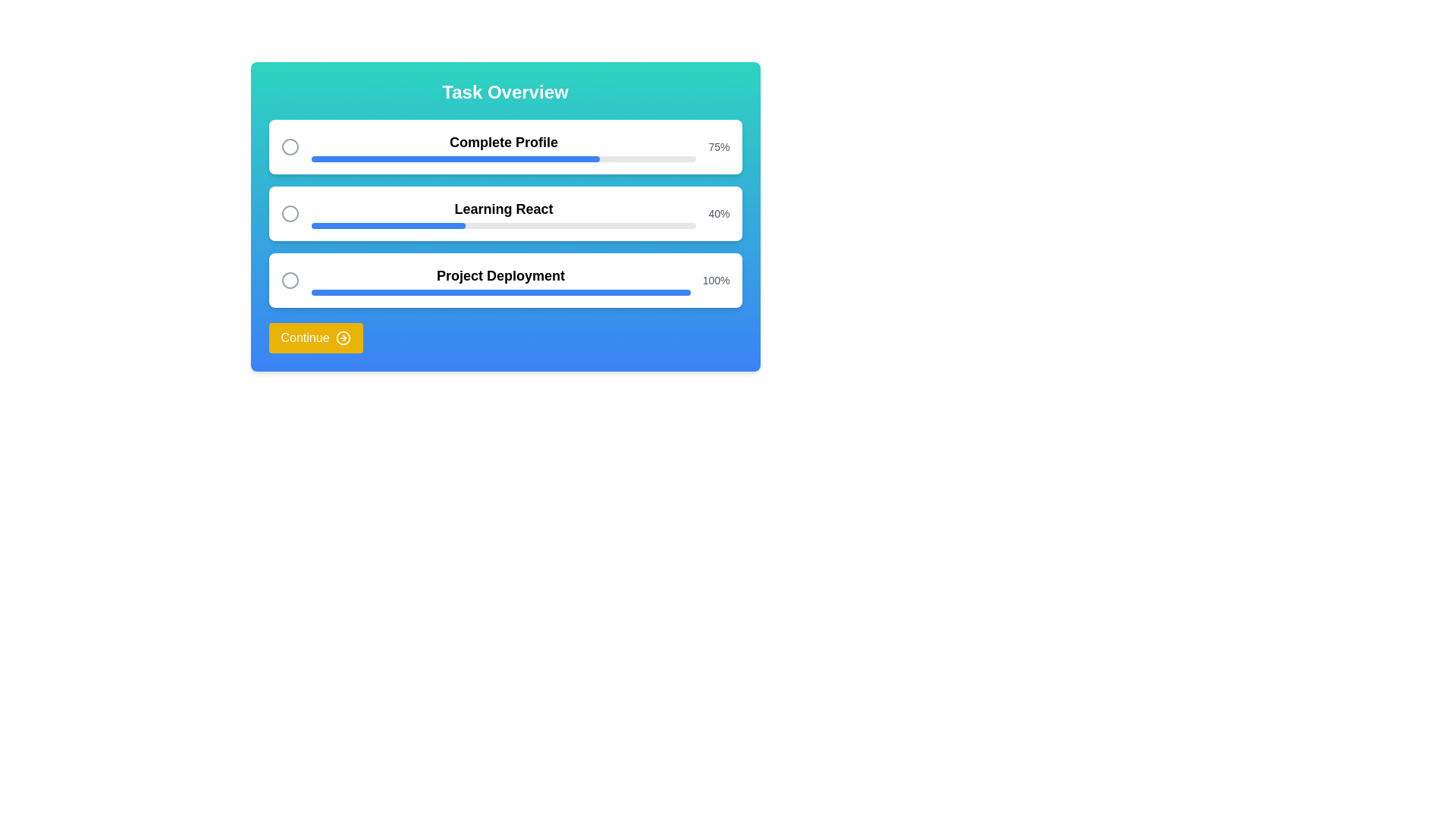  I want to click on the 'Project Deployment' text label, which is the title of the third progress section in a vertical list, positioned above the blue progress bar, so click(500, 275).